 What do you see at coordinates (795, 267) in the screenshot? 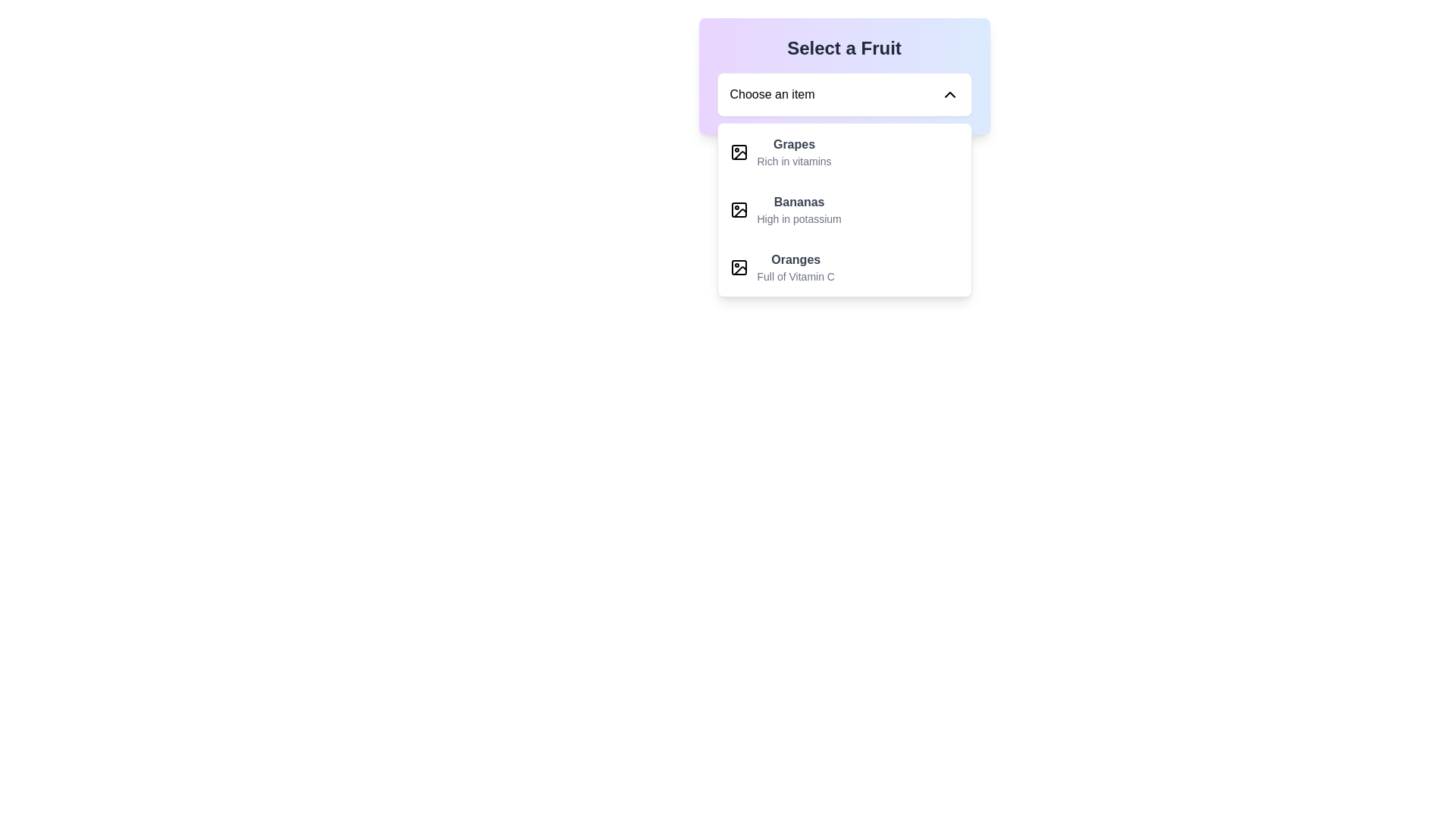
I see `the dropdown menu item labeled 'Oranges'` at bounding box center [795, 267].